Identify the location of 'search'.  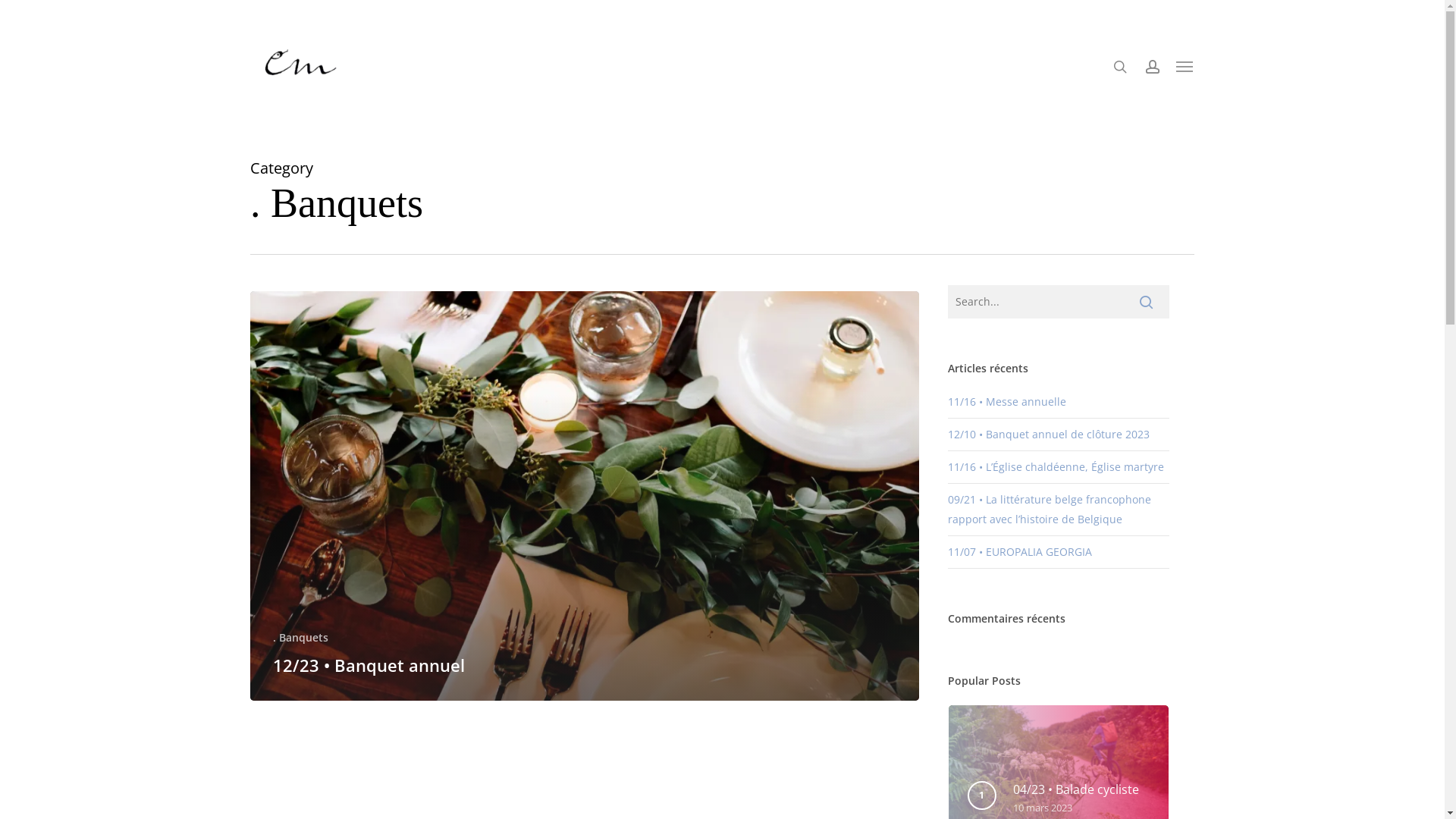
(1120, 66).